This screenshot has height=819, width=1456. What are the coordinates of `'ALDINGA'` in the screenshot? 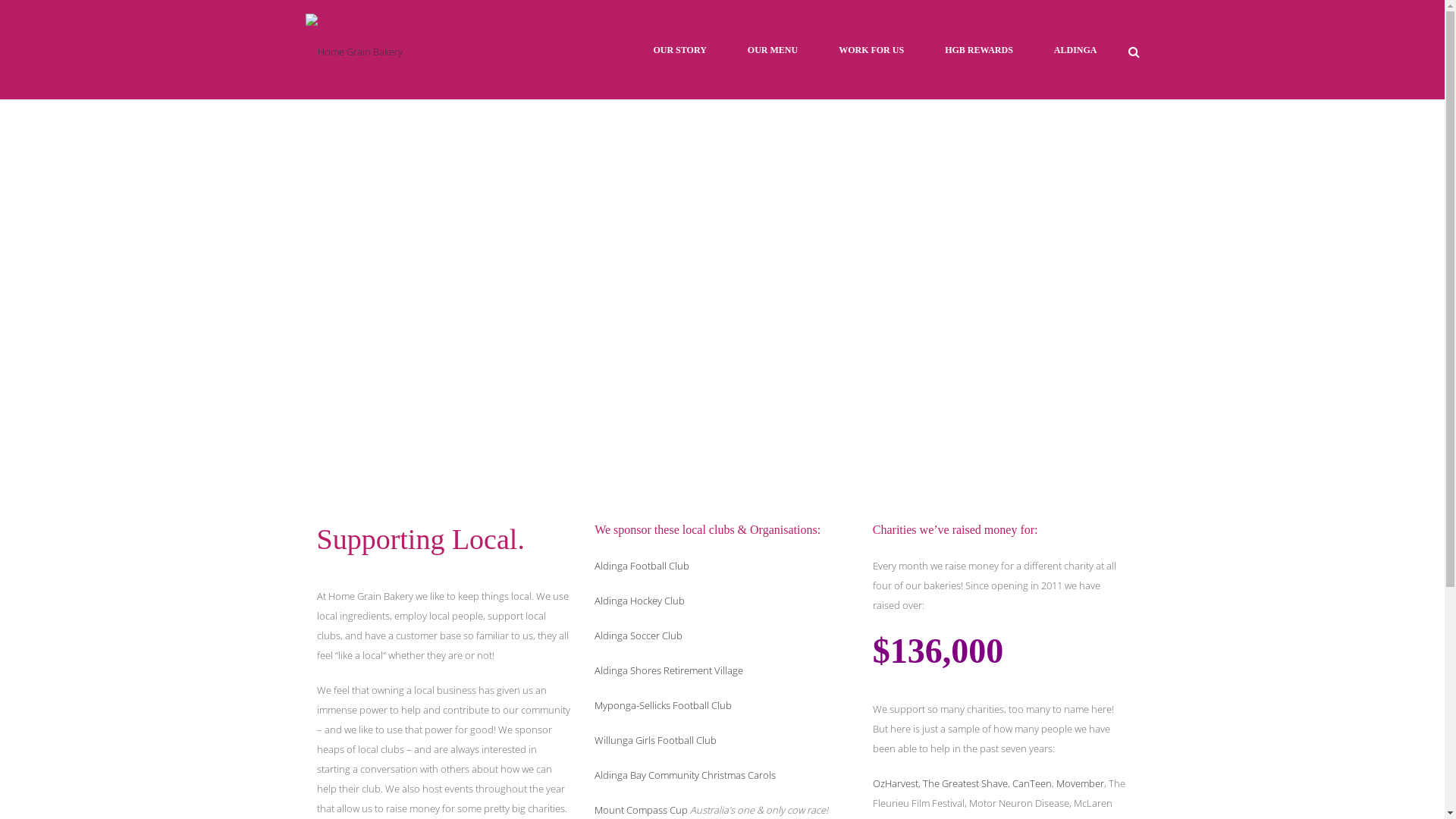 It's located at (1075, 49).